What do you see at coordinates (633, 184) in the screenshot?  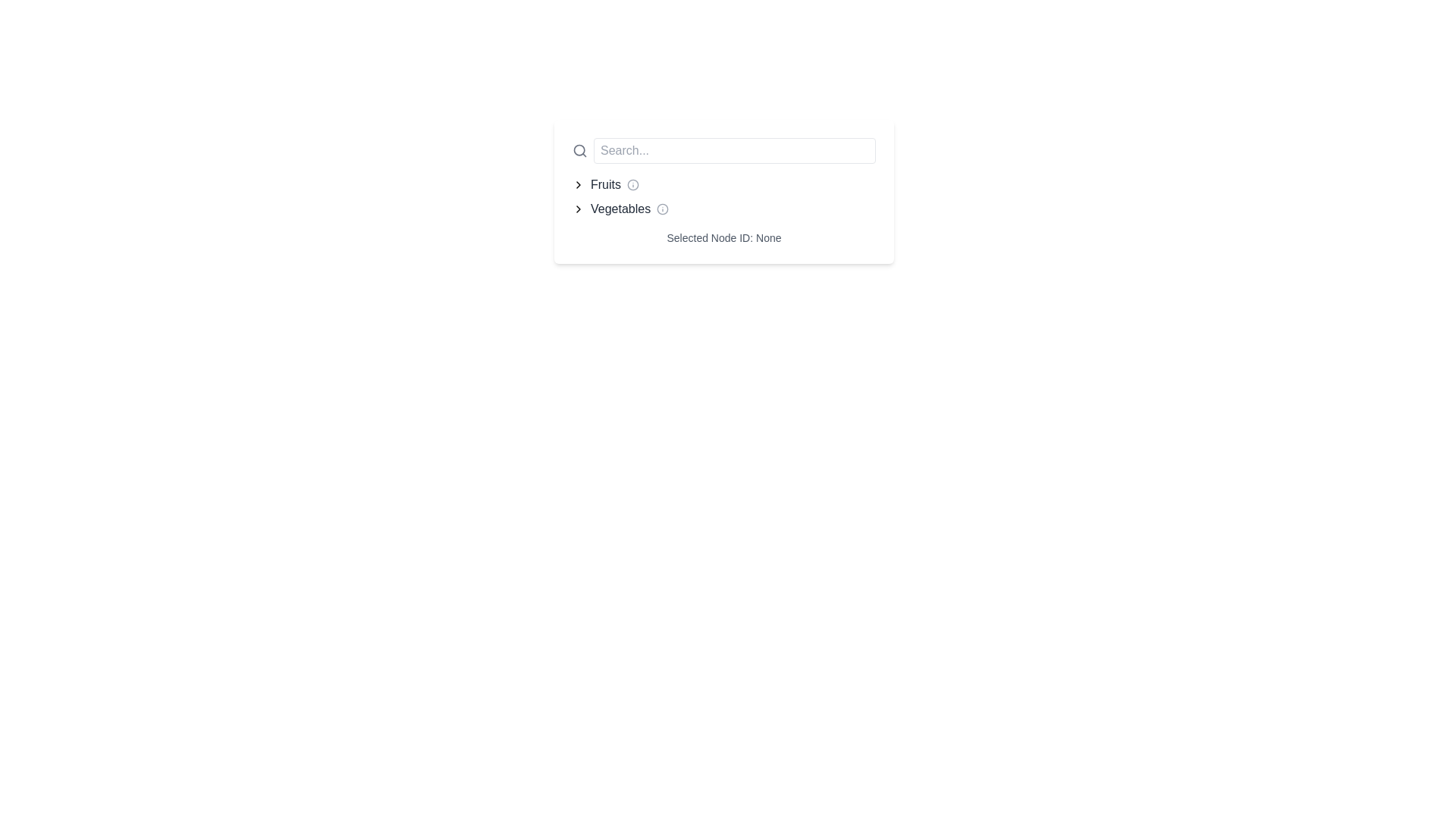 I see `the circular gray icon with a tooltip indicating 'Natural, sweet items', located to the immediate right of the word 'Fruits'` at bounding box center [633, 184].